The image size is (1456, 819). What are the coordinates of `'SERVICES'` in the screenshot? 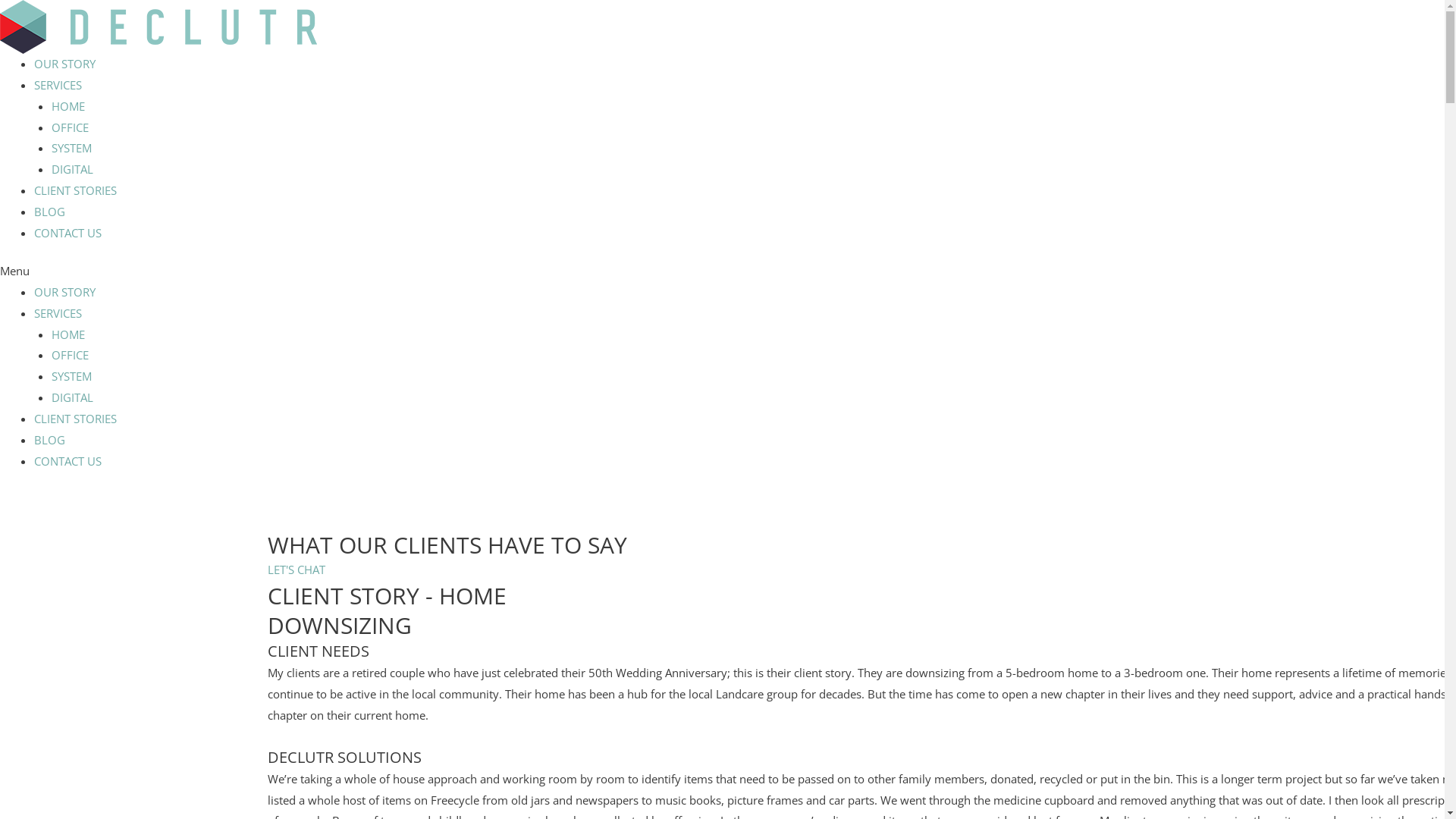 It's located at (58, 312).